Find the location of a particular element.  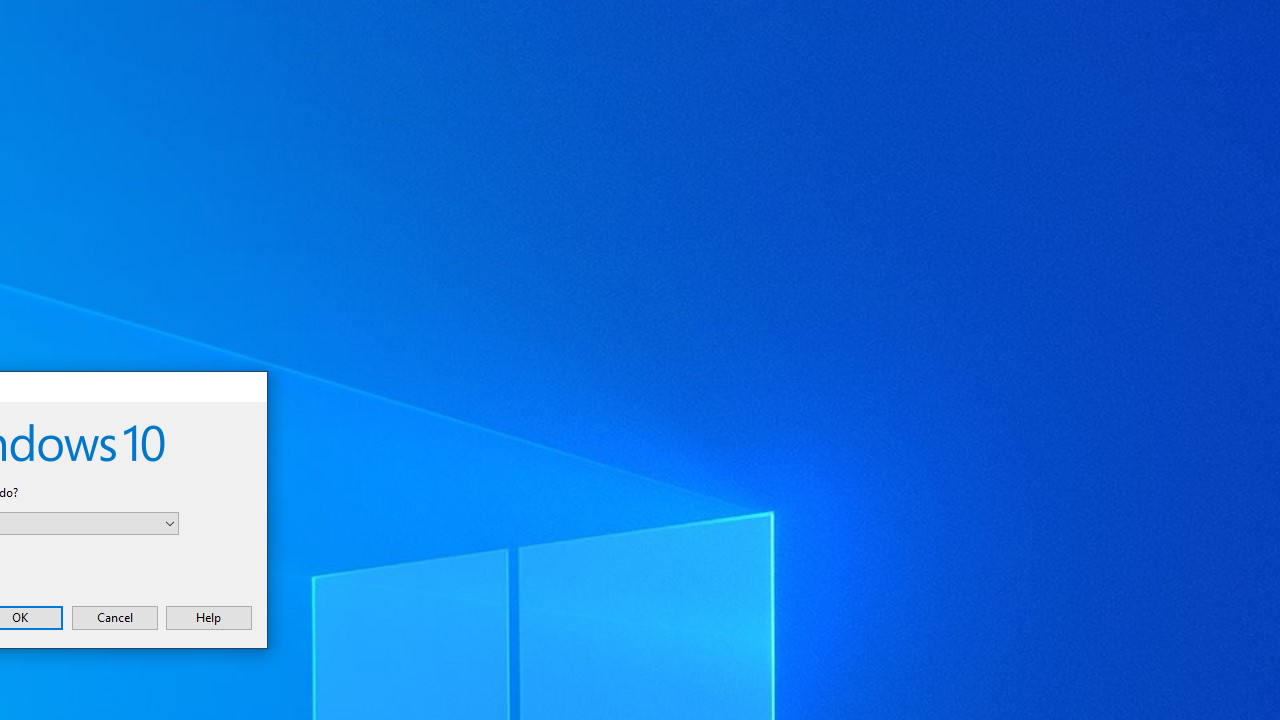

'Open' is located at coordinates (170, 522).